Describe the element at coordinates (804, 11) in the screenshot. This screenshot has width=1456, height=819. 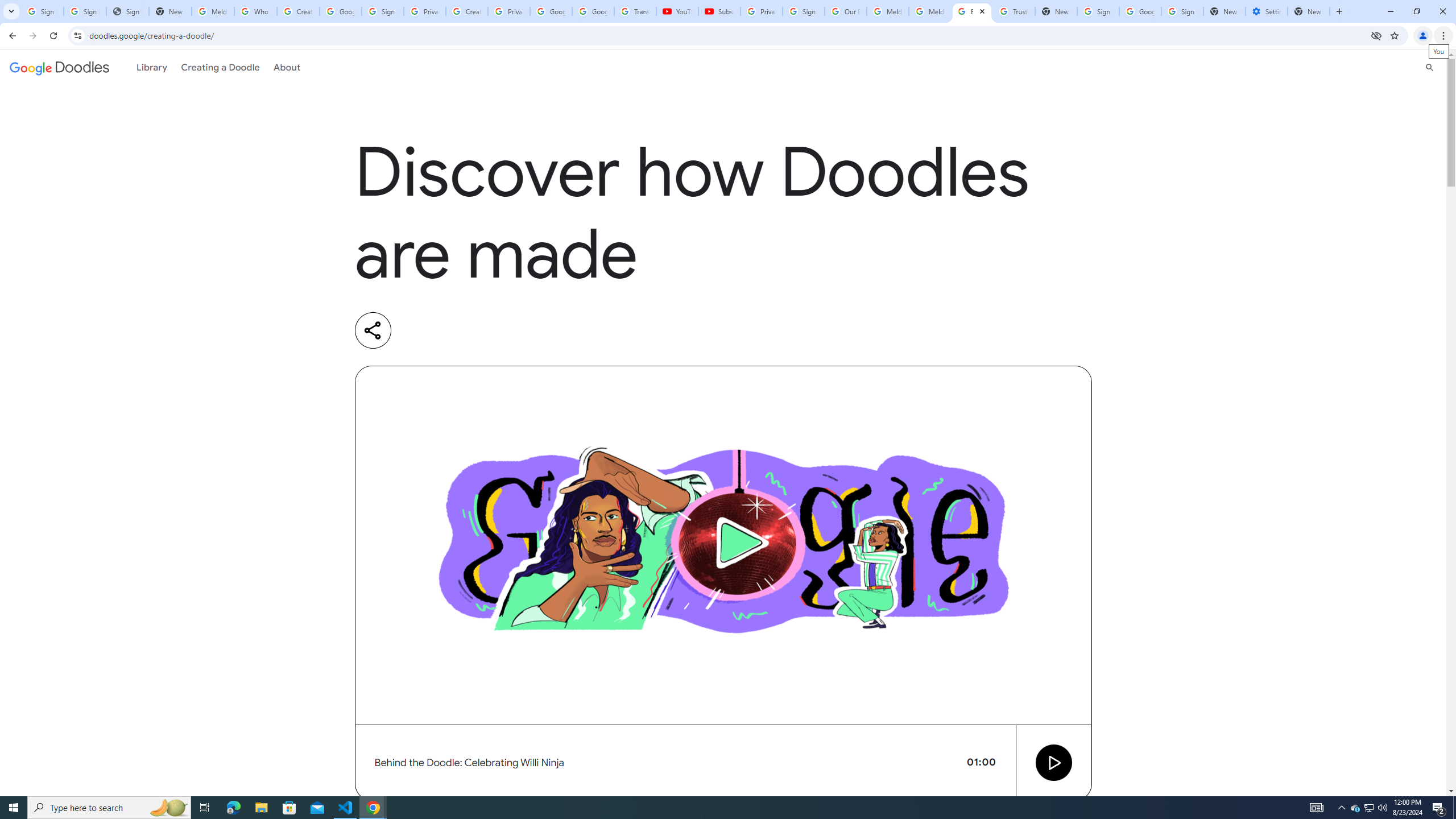
I see `'Sign in - Google Accounts'` at that location.